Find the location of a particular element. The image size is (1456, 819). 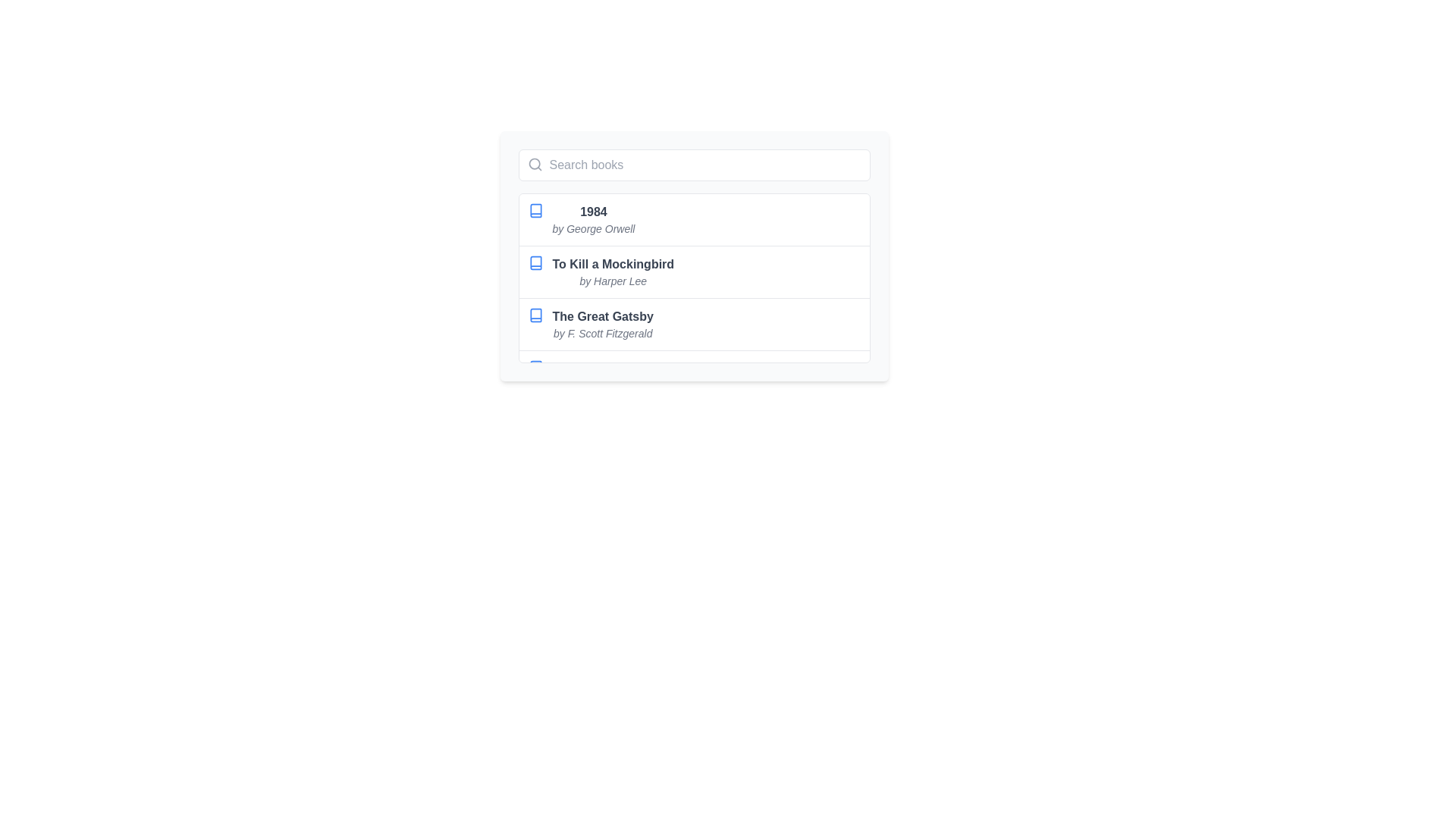

the text display component that shows the details of the first book in the list to trigger a tooltip or highlight is located at coordinates (592, 219).